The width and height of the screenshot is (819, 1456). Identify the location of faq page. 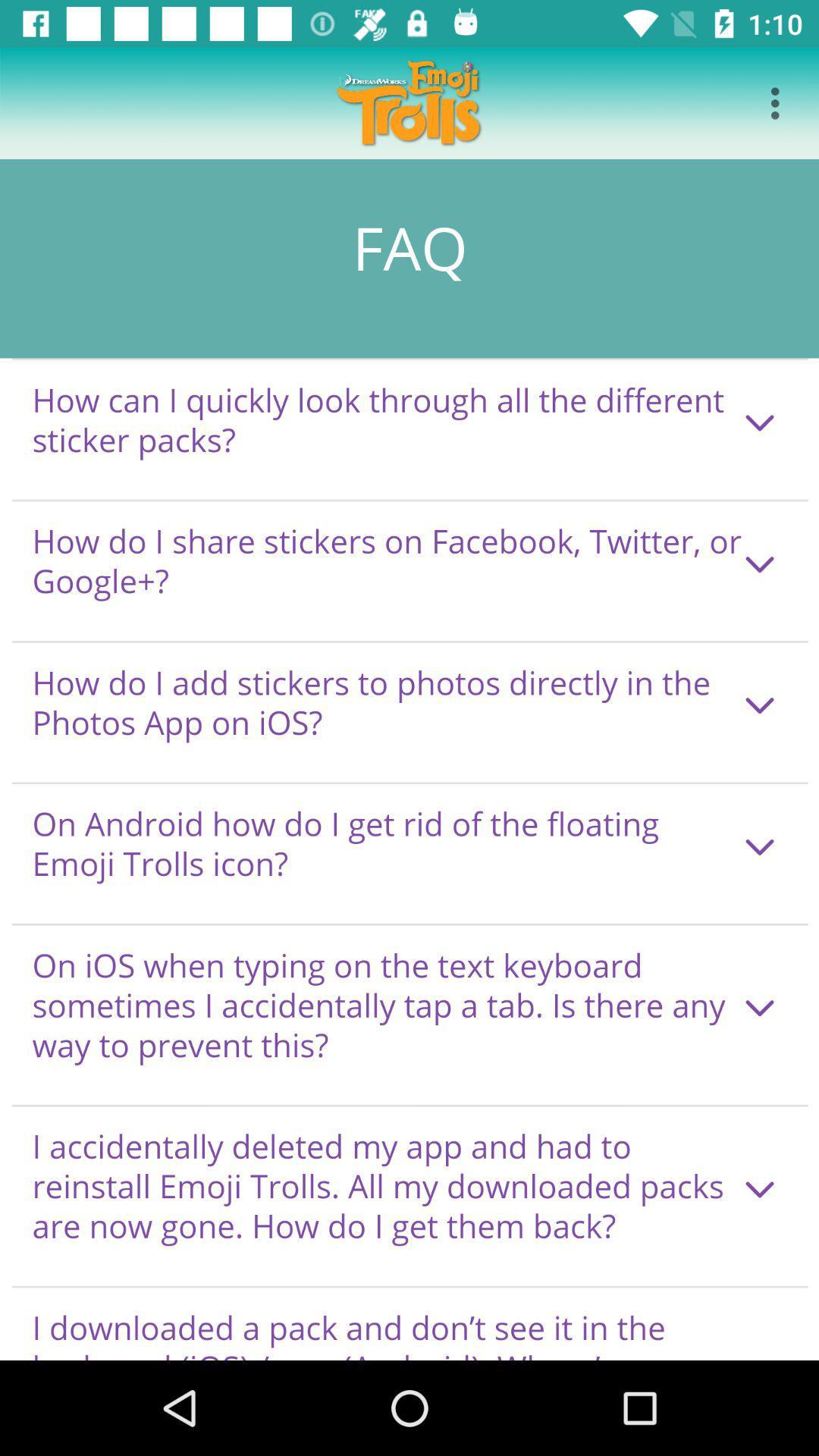
(409, 760).